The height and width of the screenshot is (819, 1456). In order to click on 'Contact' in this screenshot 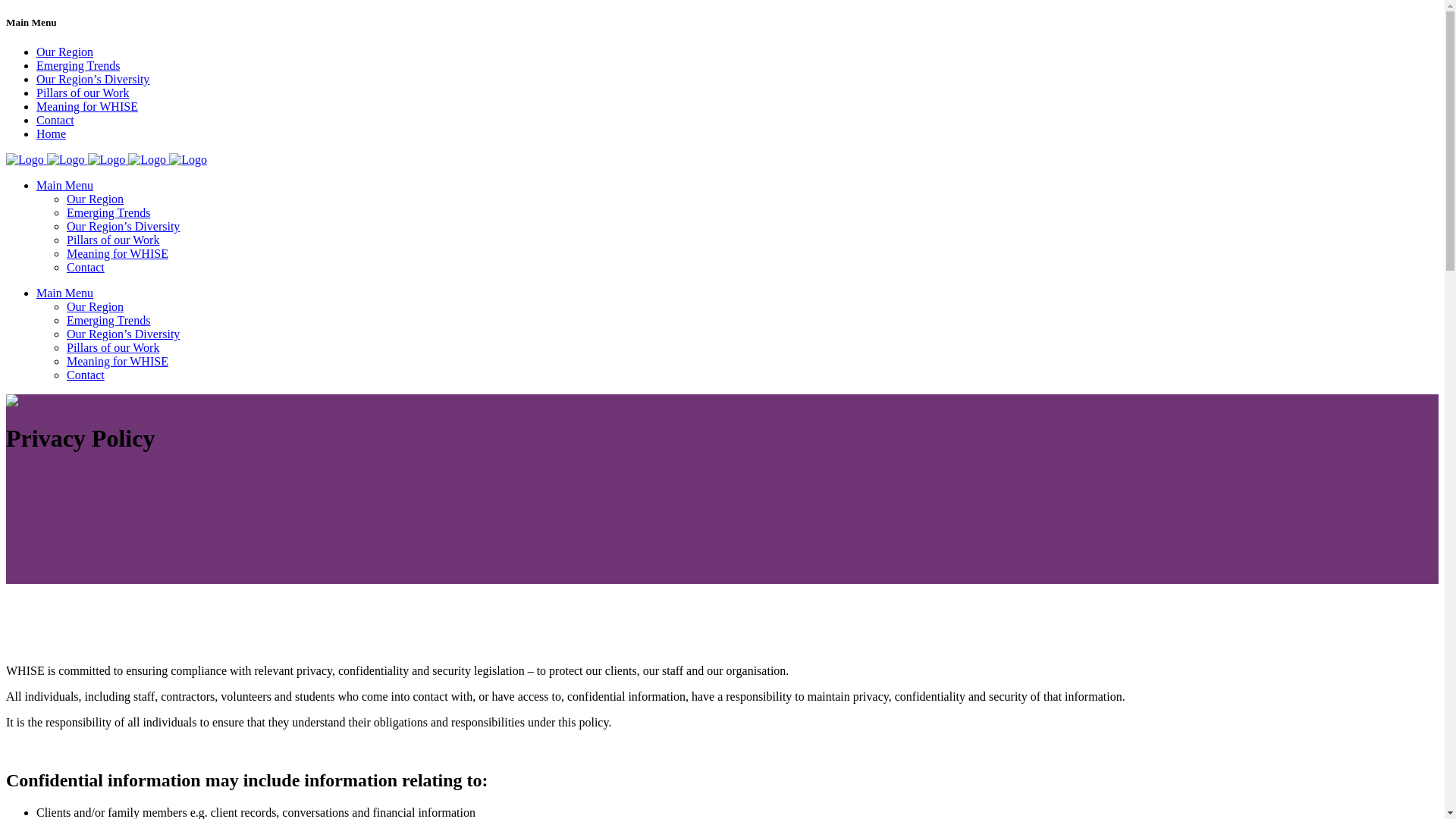, I will do `click(55, 119)`.